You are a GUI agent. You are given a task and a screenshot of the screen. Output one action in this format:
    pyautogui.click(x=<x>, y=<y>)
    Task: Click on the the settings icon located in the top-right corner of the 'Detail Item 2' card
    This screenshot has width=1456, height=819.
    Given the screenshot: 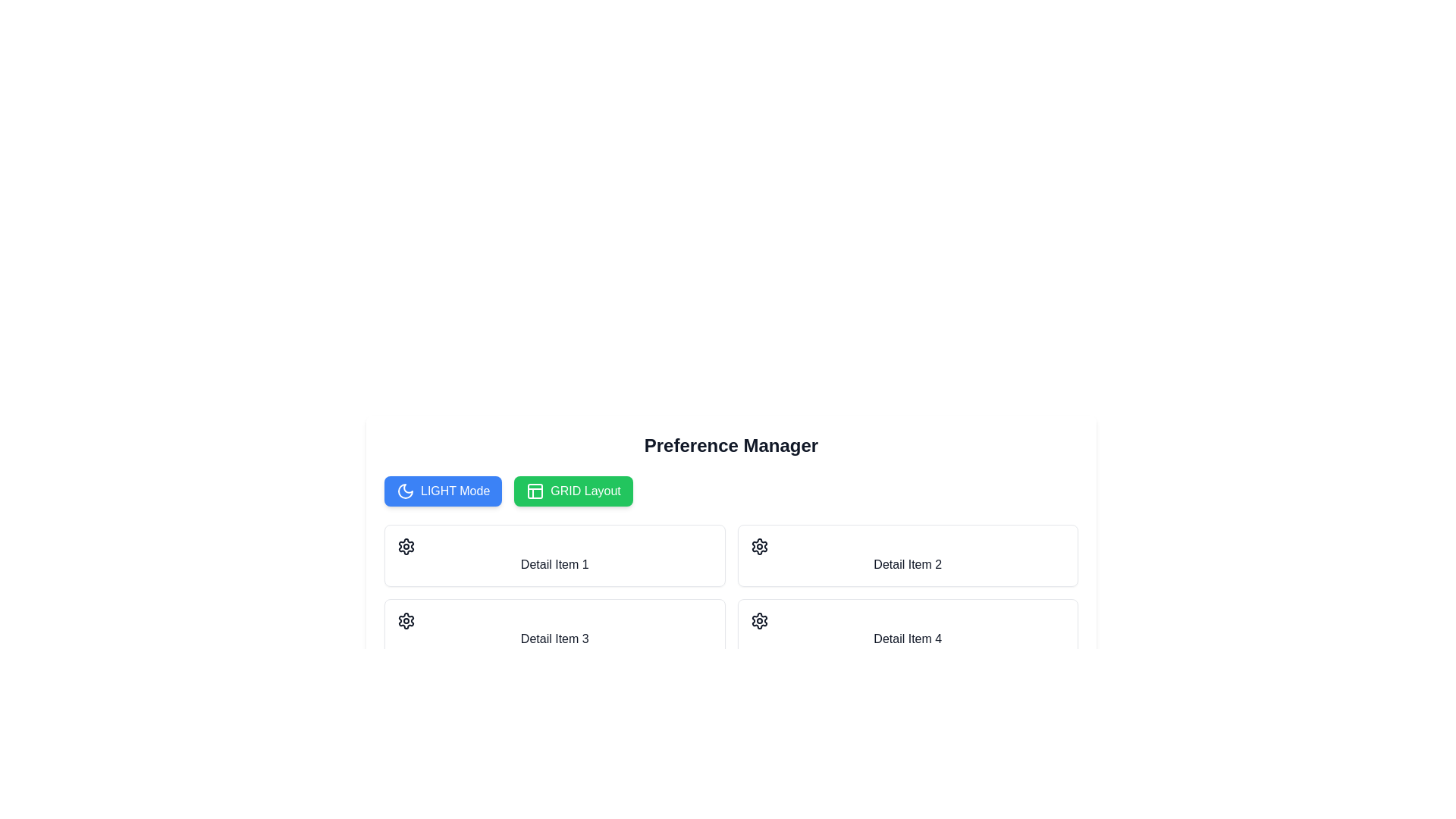 What is the action you would take?
    pyautogui.click(x=759, y=547)
    